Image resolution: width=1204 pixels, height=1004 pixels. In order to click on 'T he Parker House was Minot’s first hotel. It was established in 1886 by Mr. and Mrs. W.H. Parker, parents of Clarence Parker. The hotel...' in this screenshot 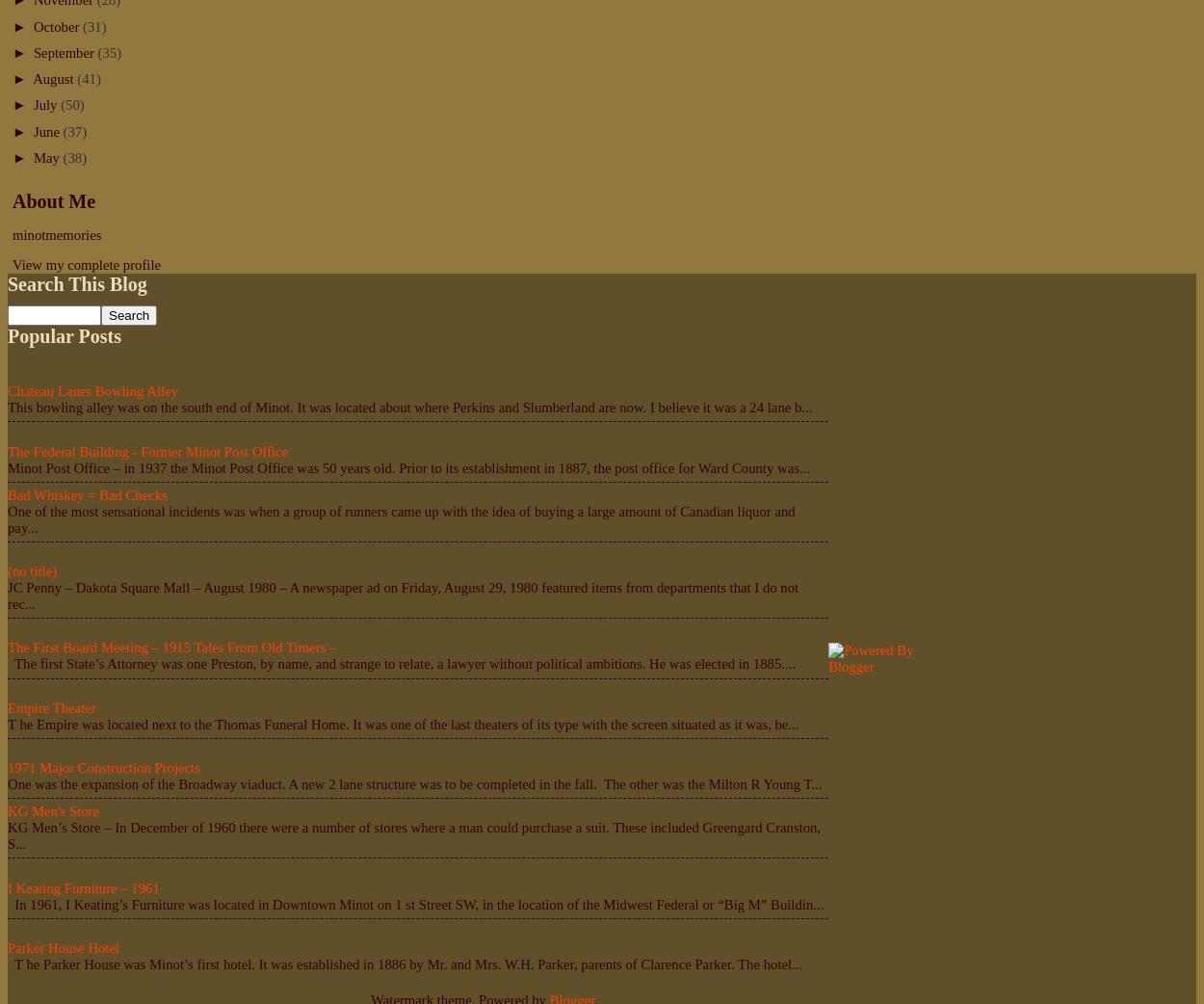, I will do `click(8, 964)`.